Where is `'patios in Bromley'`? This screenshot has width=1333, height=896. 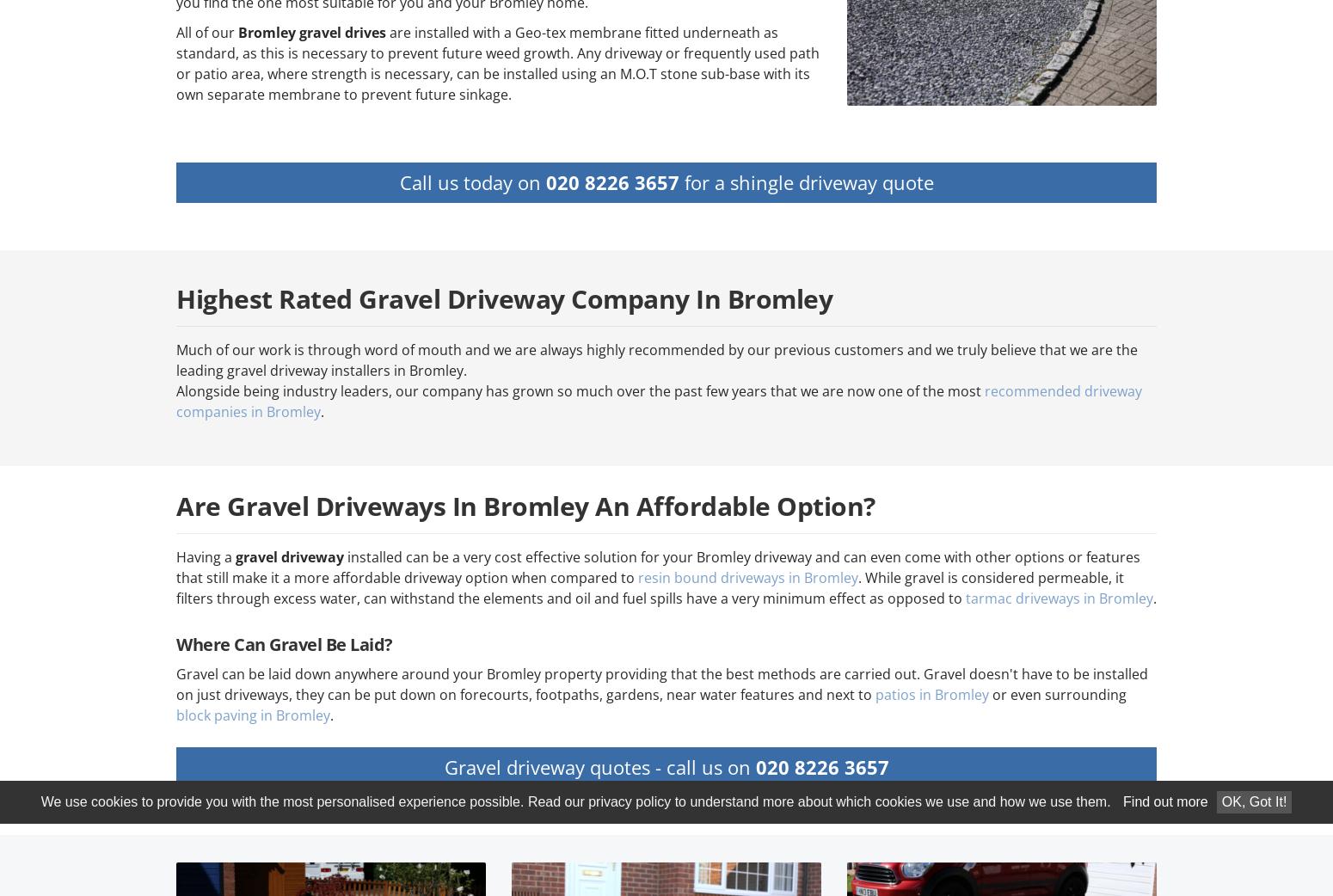 'patios in Bromley' is located at coordinates (932, 694).